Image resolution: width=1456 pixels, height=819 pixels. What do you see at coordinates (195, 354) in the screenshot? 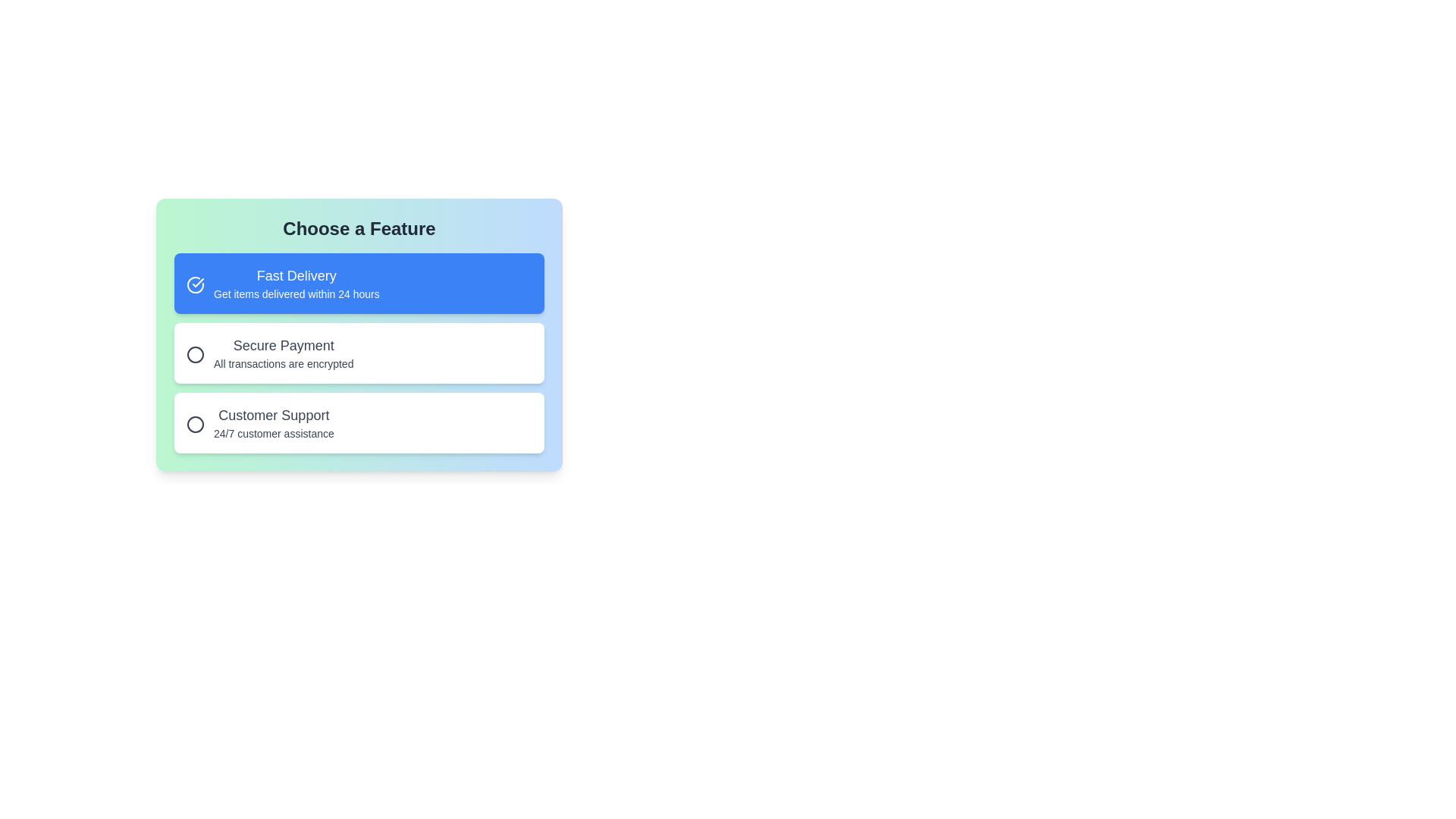
I see `the 'Secure Payment' icon located to the left of the 'Secure Payment' option in the vertical list within the 'Choose a Feature' card` at bounding box center [195, 354].